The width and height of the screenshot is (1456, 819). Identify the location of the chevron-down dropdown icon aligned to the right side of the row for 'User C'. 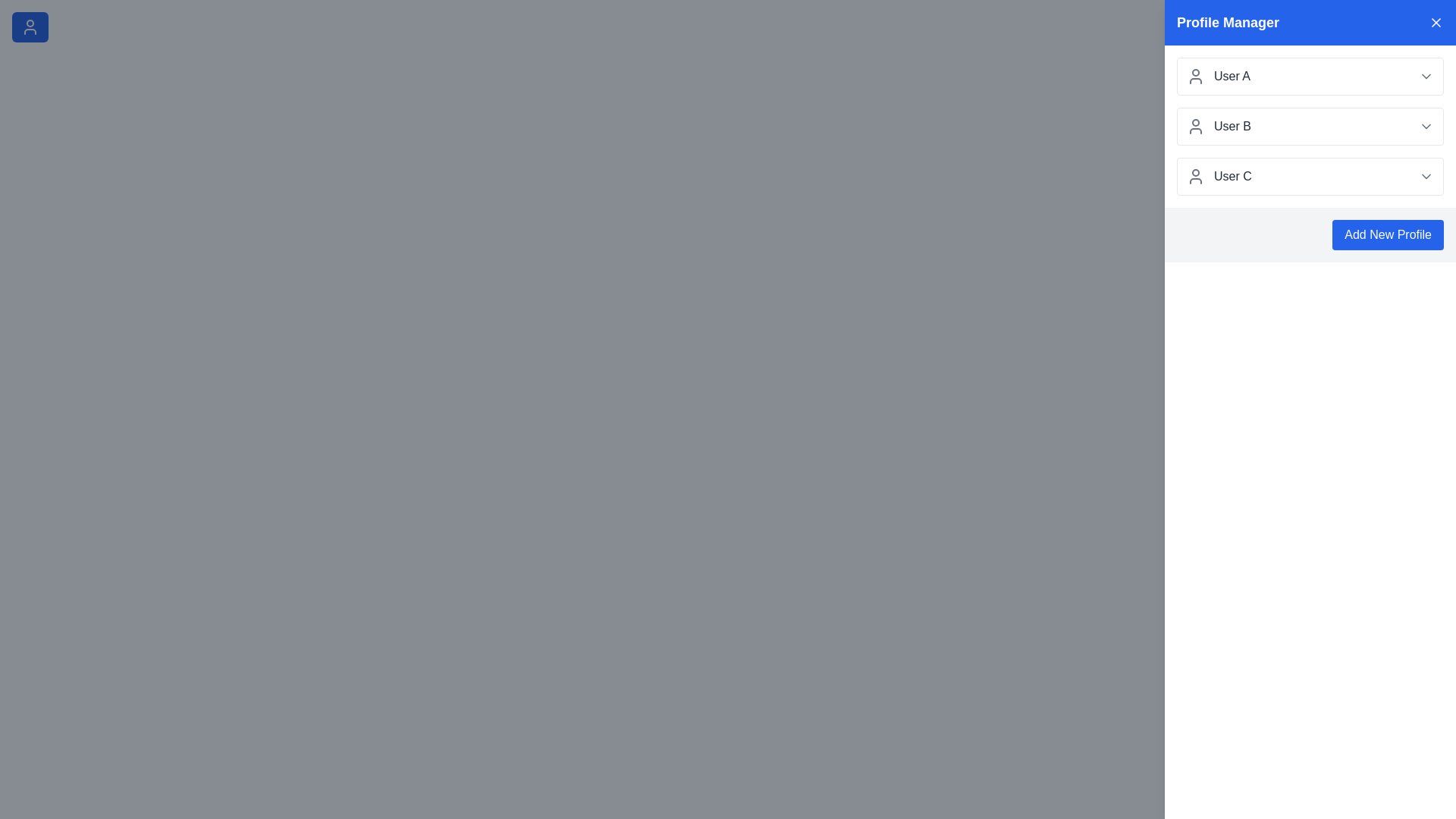
(1426, 175).